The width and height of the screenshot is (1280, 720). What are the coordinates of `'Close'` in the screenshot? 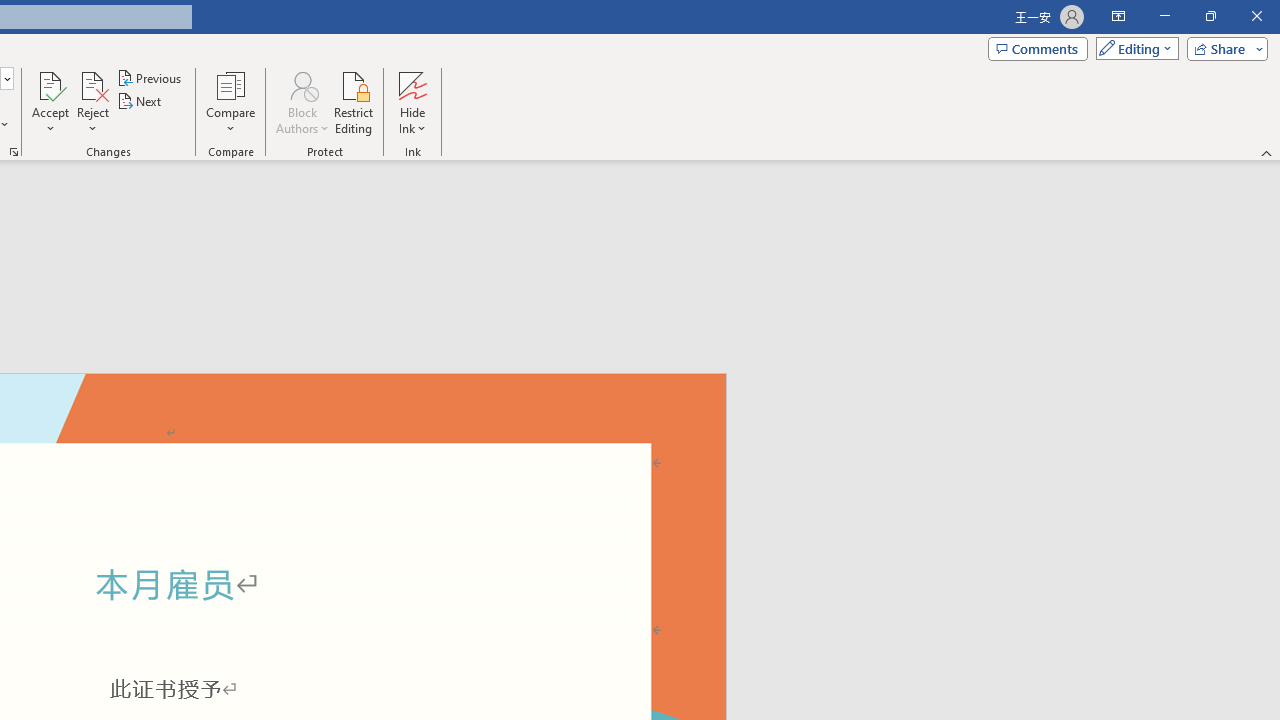 It's located at (1255, 16).